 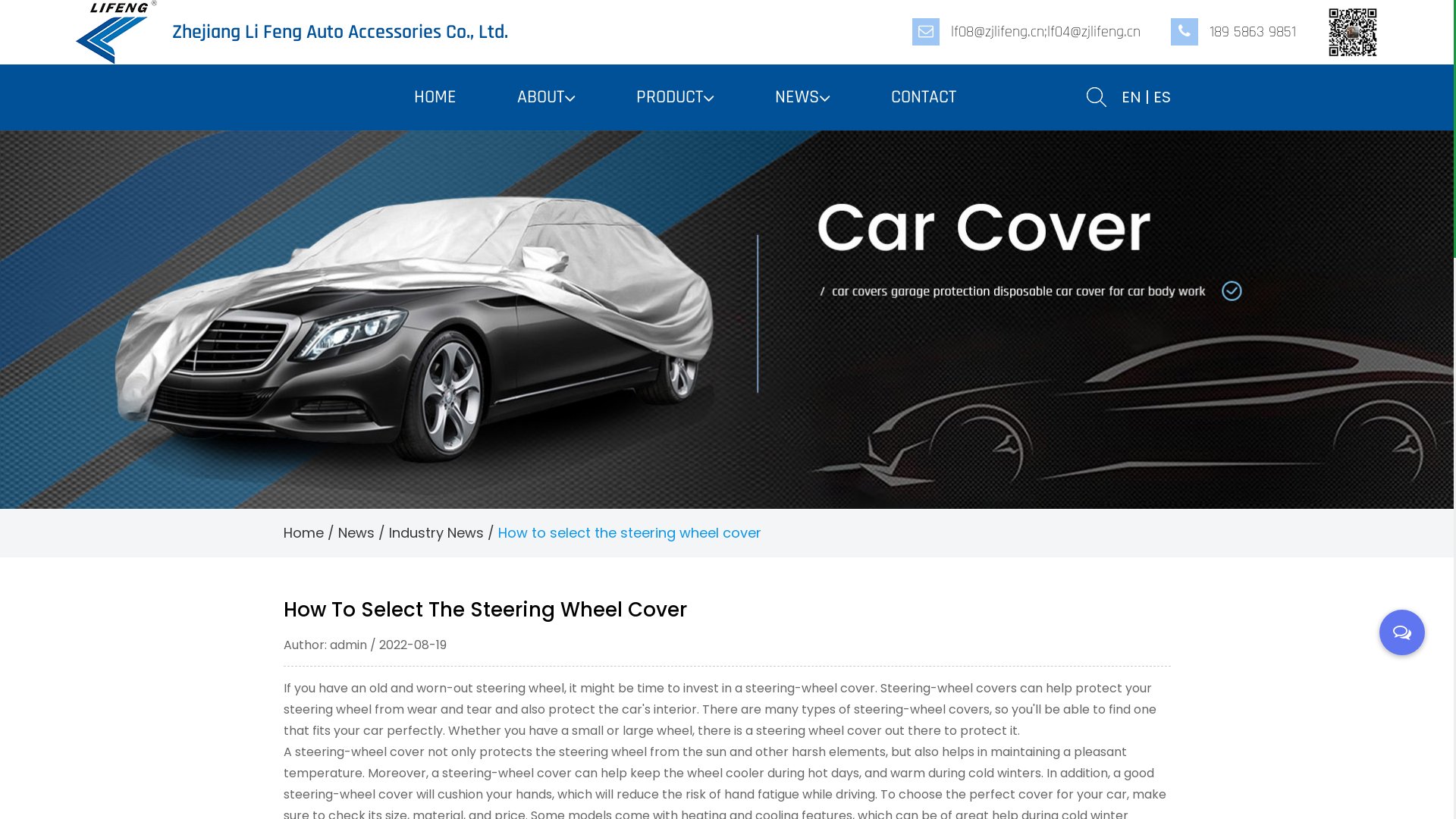 What do you see at coordinates (802, 97) in the screenshot?
I see `'NEWS'` at bounding box center [802, 97].